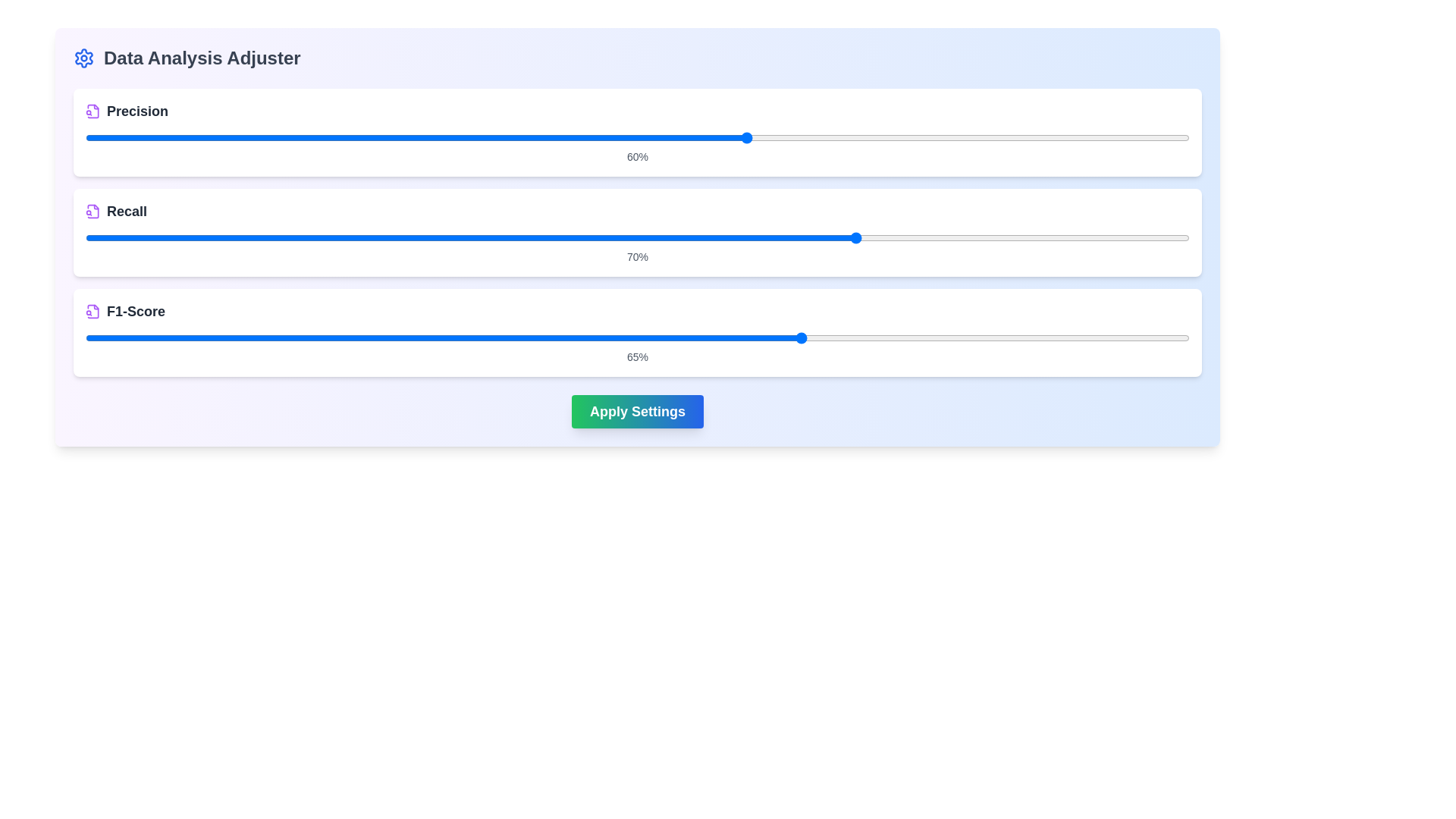 The width and height of the screenshot is (1456, 819). I want to click on the 1 slider to 97%, so click(1172, 237).